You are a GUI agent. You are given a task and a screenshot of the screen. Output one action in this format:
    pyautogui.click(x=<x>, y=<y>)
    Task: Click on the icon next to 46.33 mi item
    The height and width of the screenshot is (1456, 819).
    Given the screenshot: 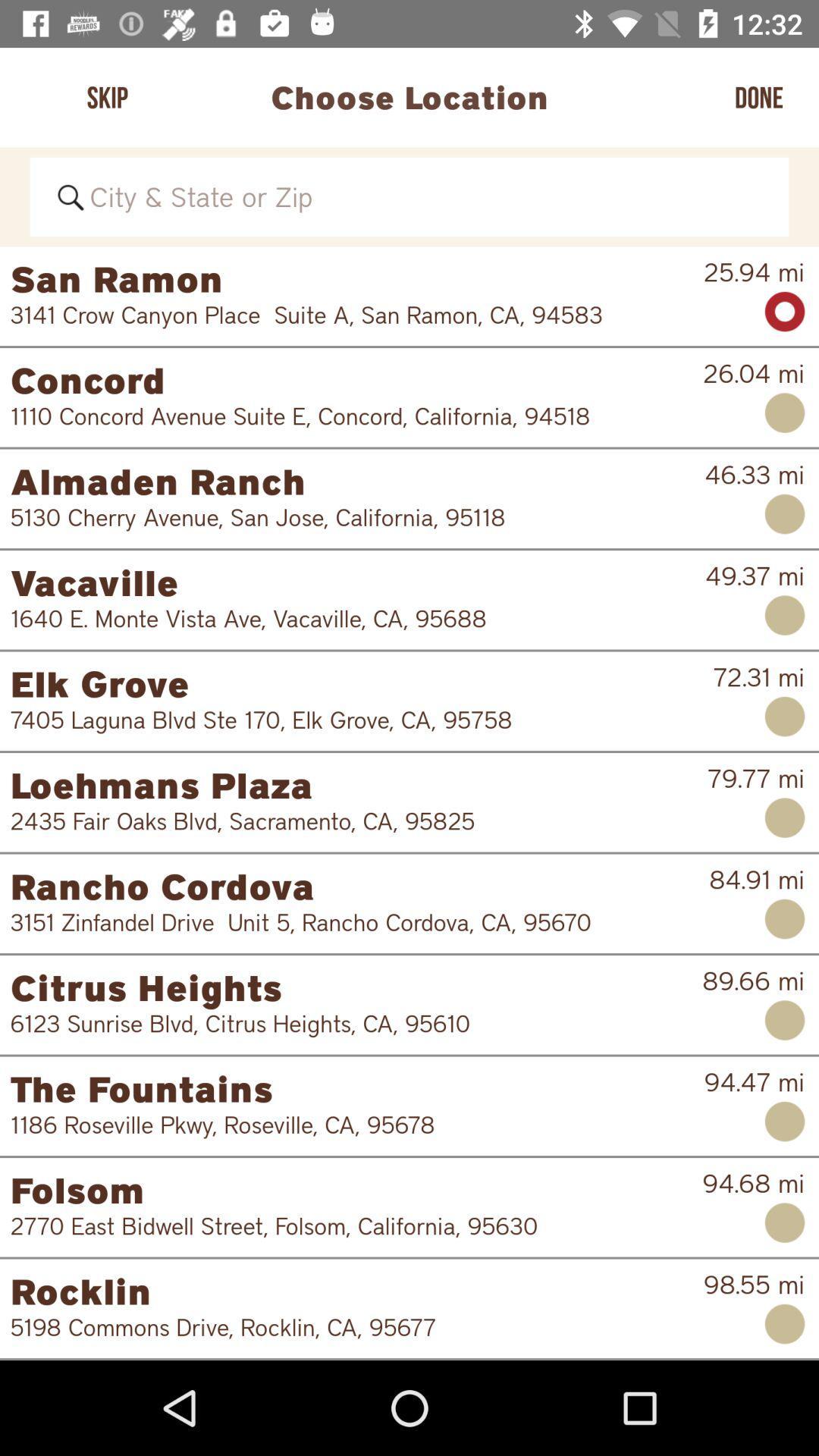 What is the action you would take?
    pyautogui.click(x=357, y=480)
    